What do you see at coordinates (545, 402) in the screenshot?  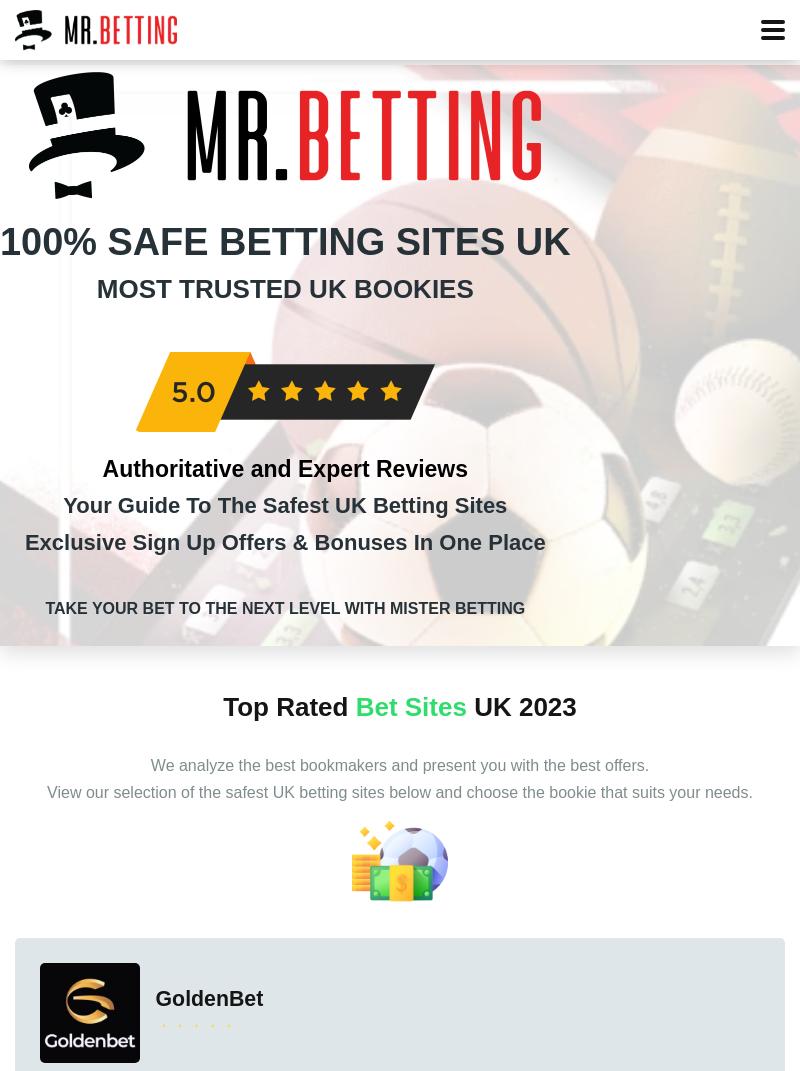 I see `'About Us'` at bounding box center [545, 402].